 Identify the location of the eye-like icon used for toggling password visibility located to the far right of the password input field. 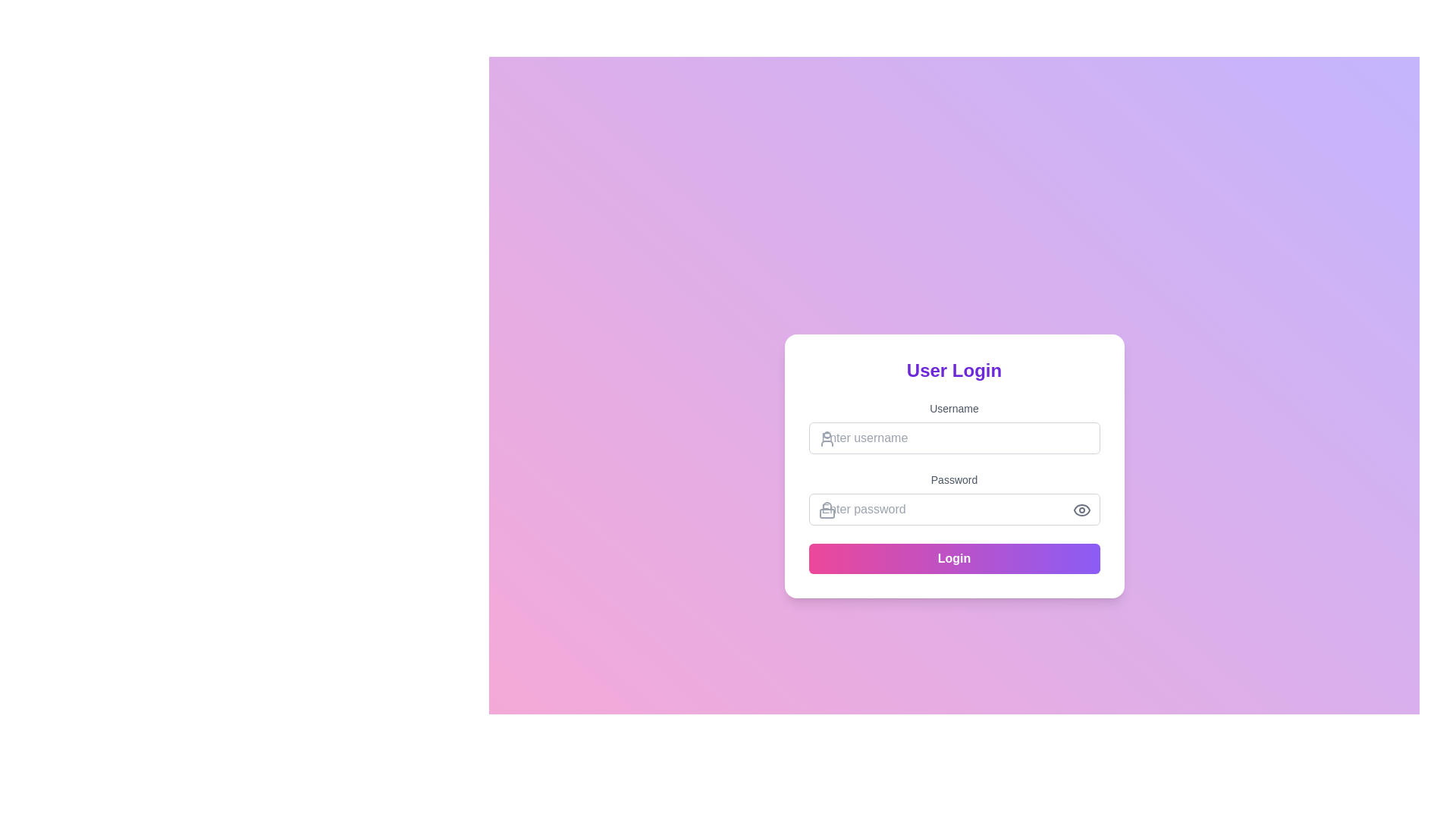
(1081, 510).